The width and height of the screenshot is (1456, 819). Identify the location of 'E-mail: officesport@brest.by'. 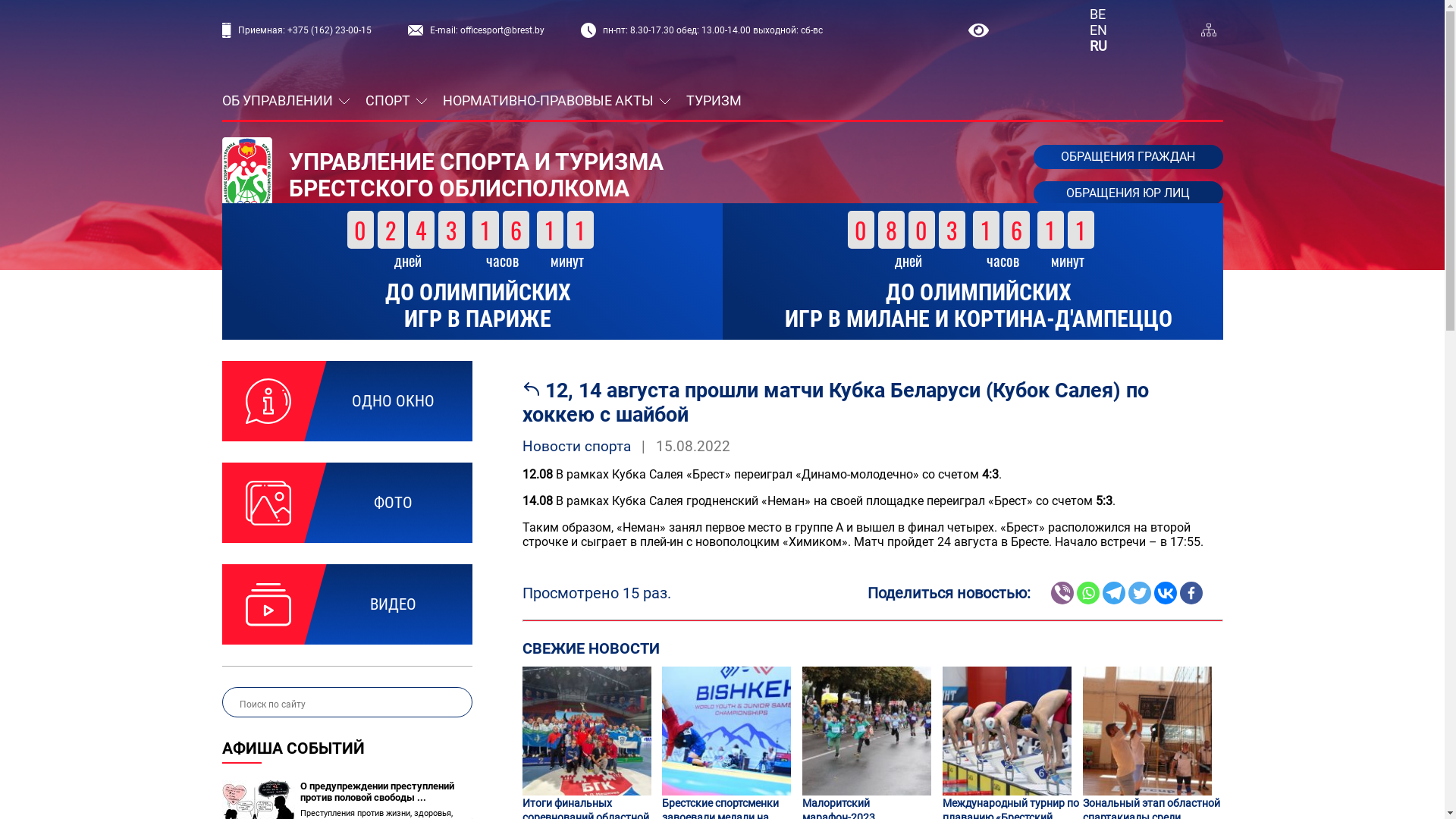
(407, 29).